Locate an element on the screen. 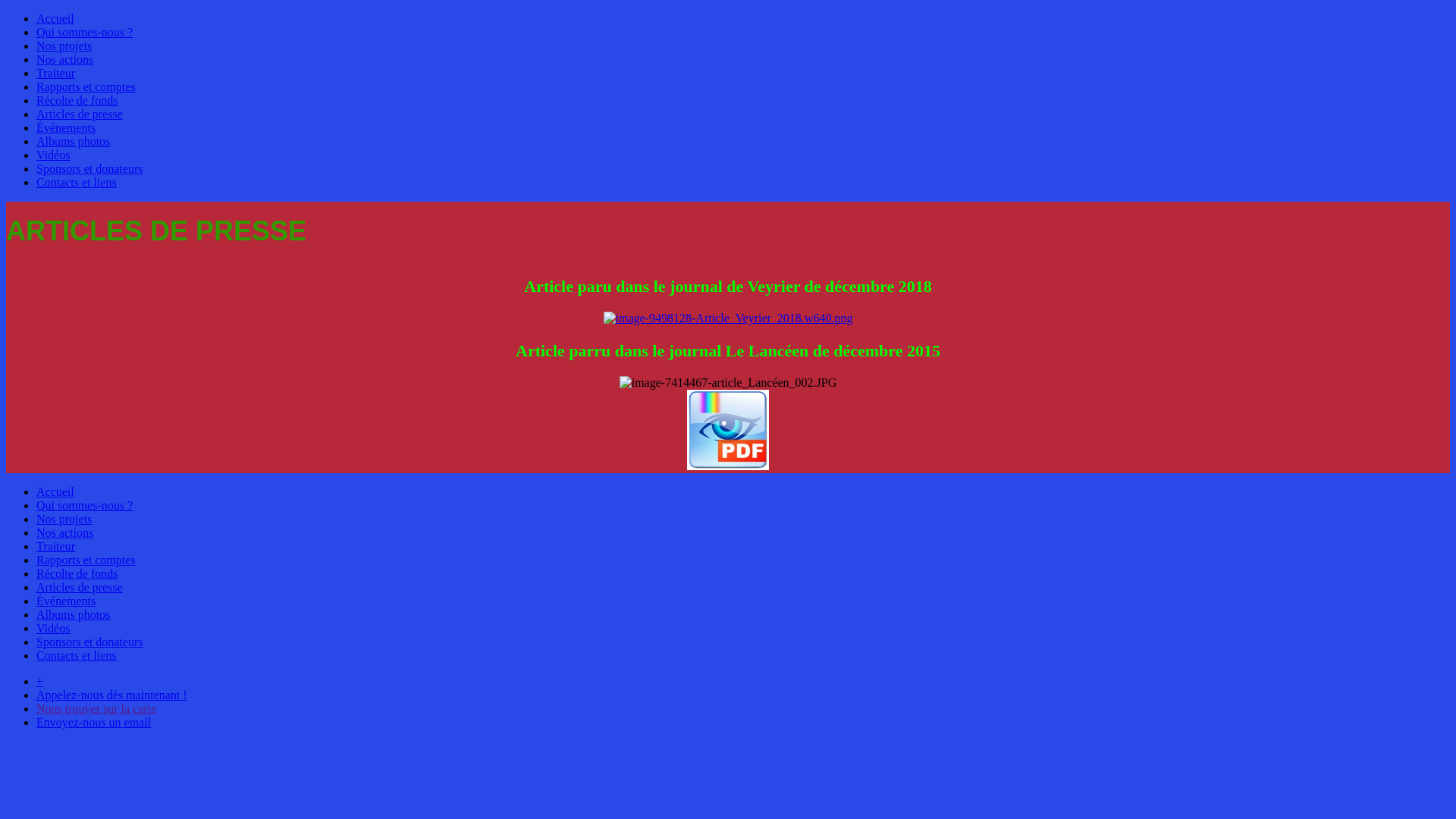 The image size is (1456, 819). 'Articles de presse' is located at coordinates (79, 113).